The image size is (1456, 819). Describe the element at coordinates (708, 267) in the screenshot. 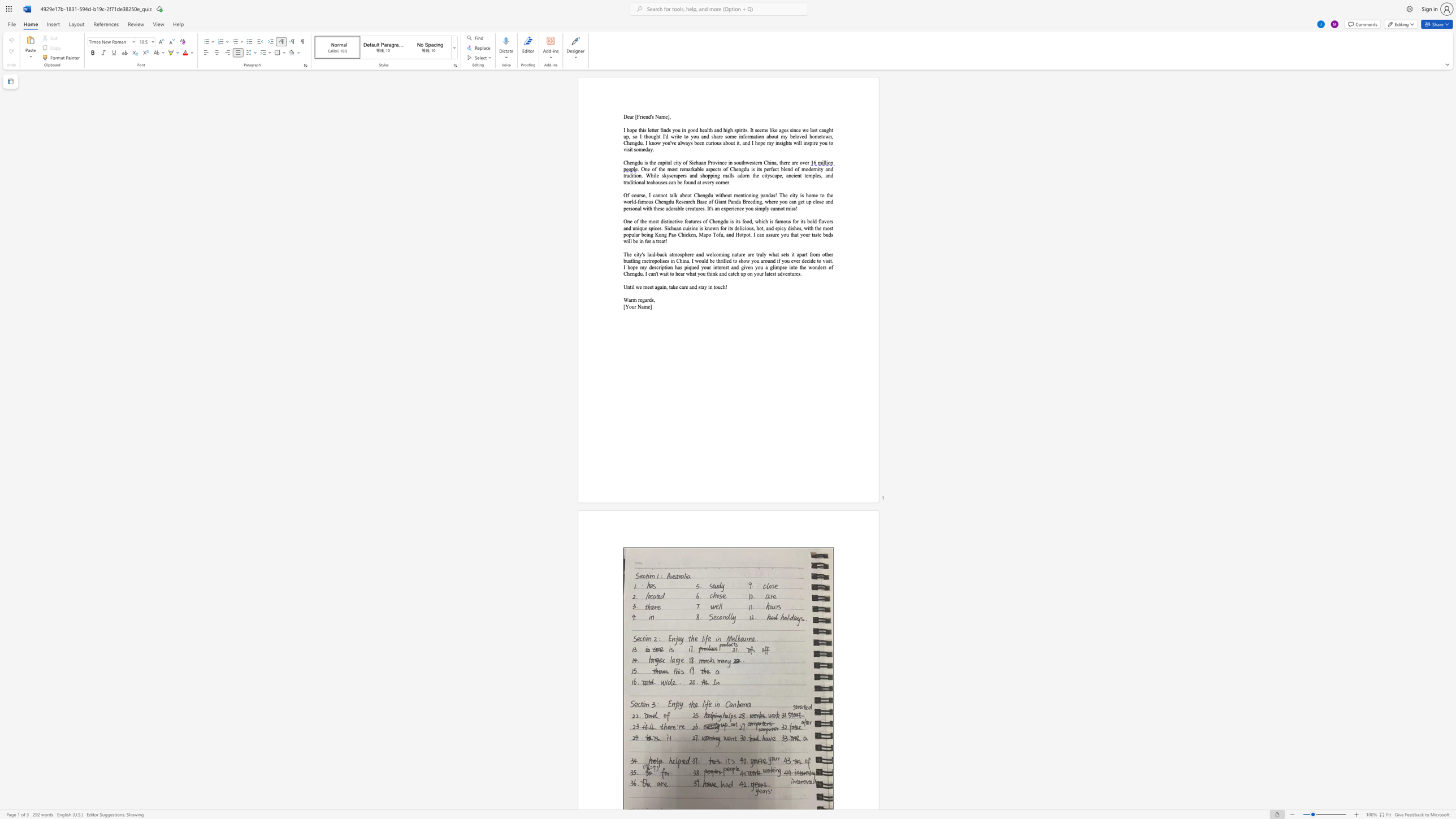

I see `the subset text "r interest and given you a glimps" within the text "The city"` at that location.